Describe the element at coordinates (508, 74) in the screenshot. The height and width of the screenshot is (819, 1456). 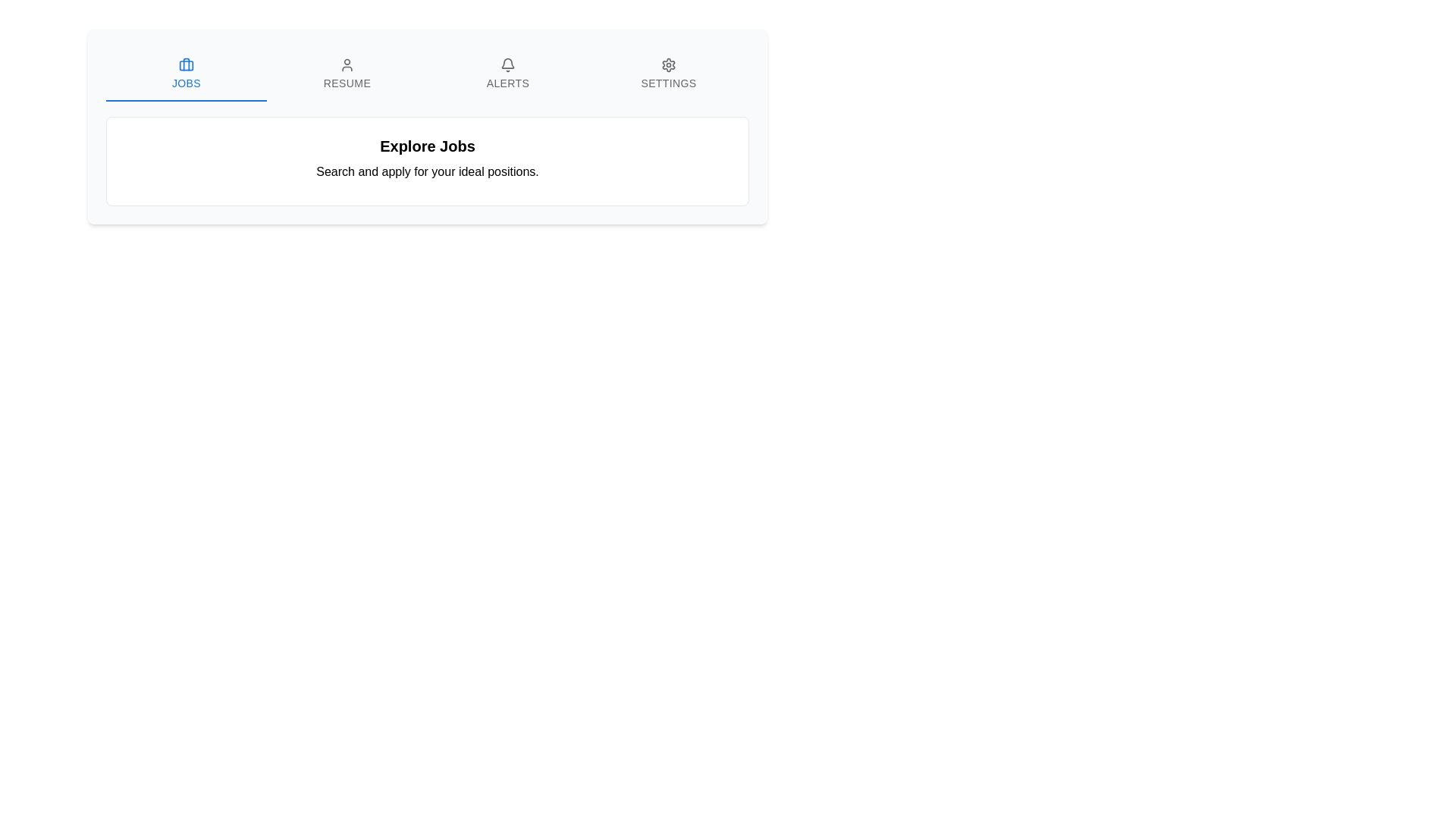
I see `the 'Alerts' tab button in the navigation bar` at that location.